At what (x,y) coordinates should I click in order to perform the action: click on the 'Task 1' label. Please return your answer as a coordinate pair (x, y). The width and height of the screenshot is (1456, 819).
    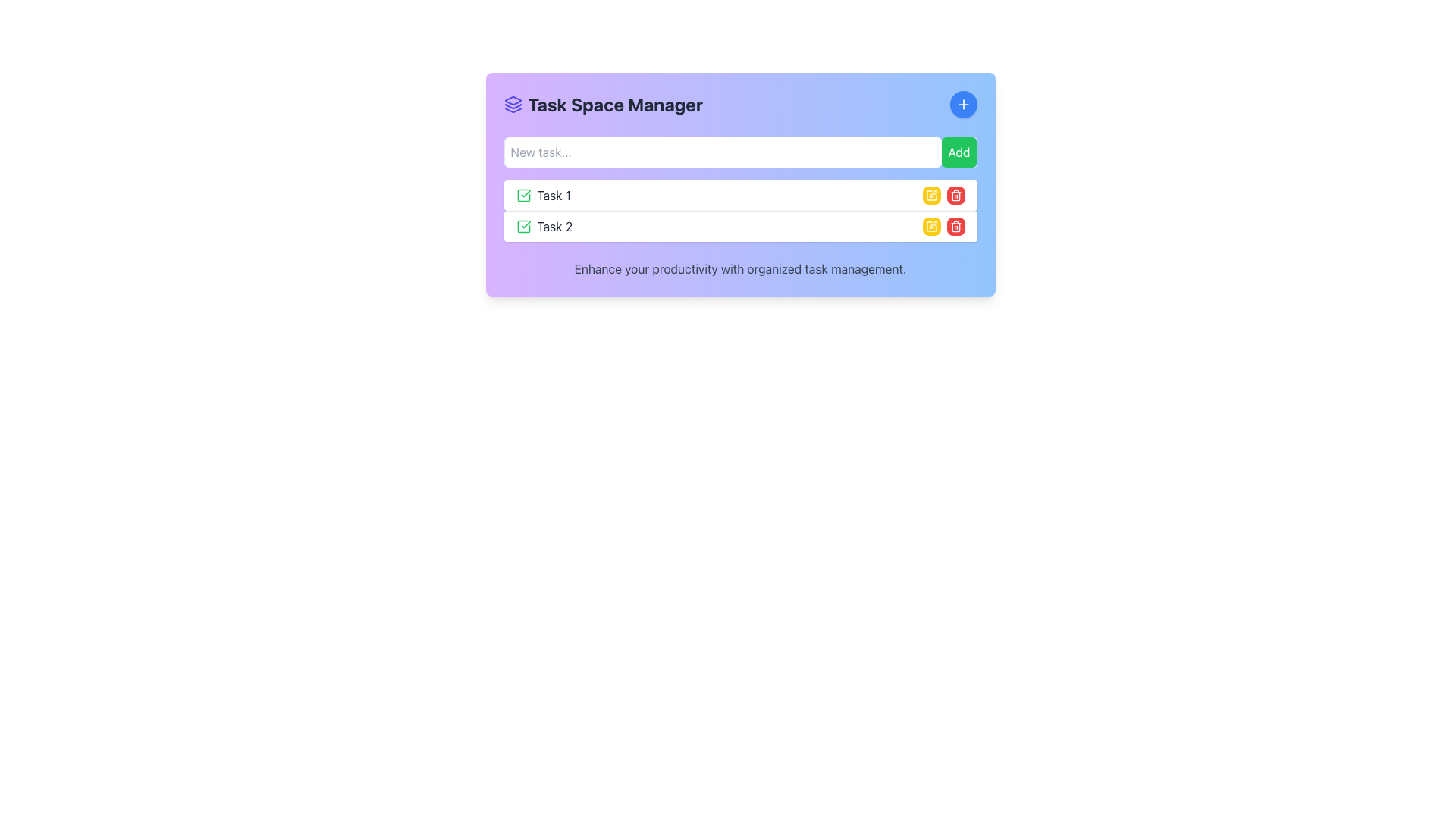
    Looking at the image, I should click on (543, 195).